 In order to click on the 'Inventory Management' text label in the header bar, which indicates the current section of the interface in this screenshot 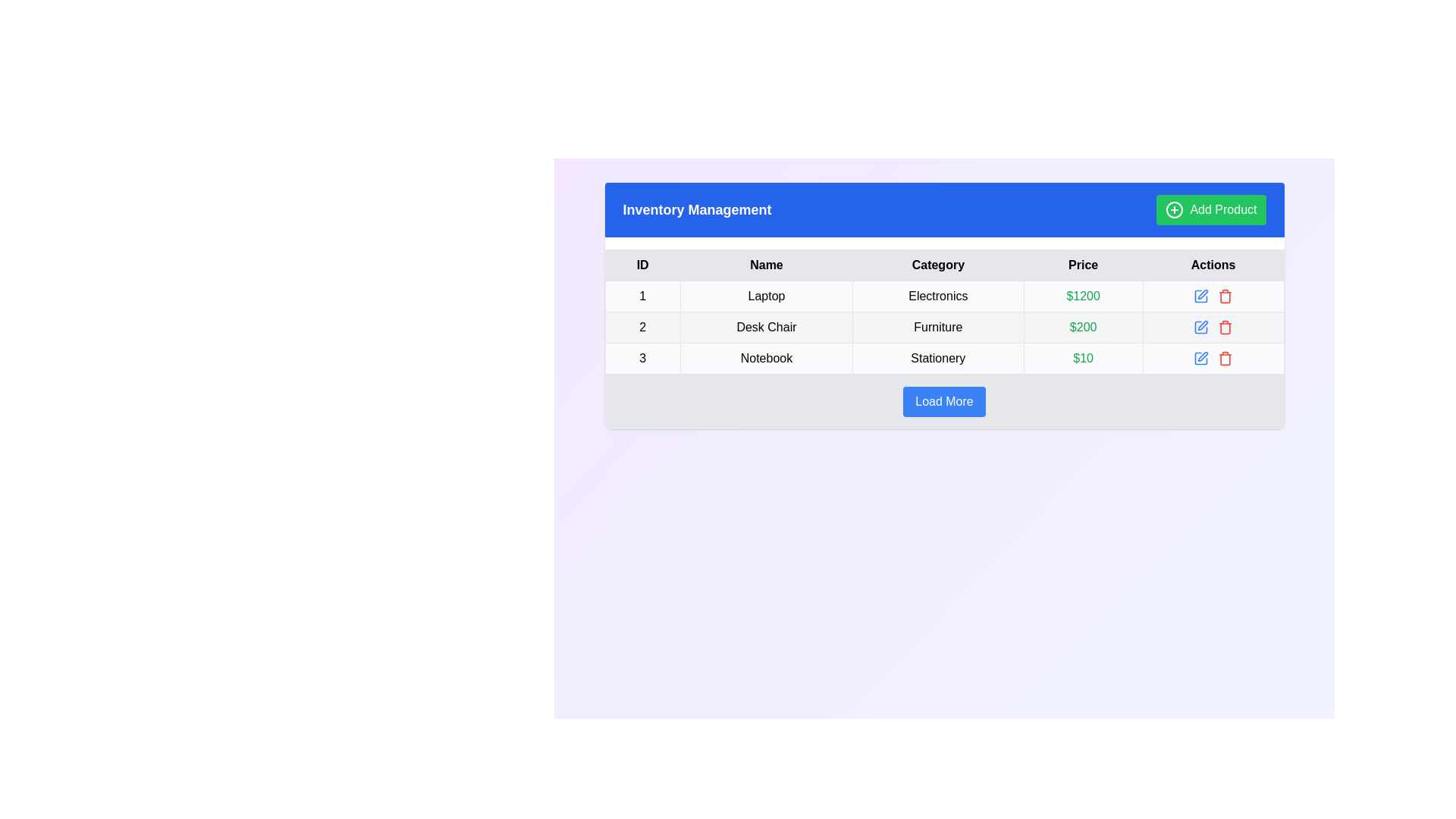, I will do `click(696, 210)`.